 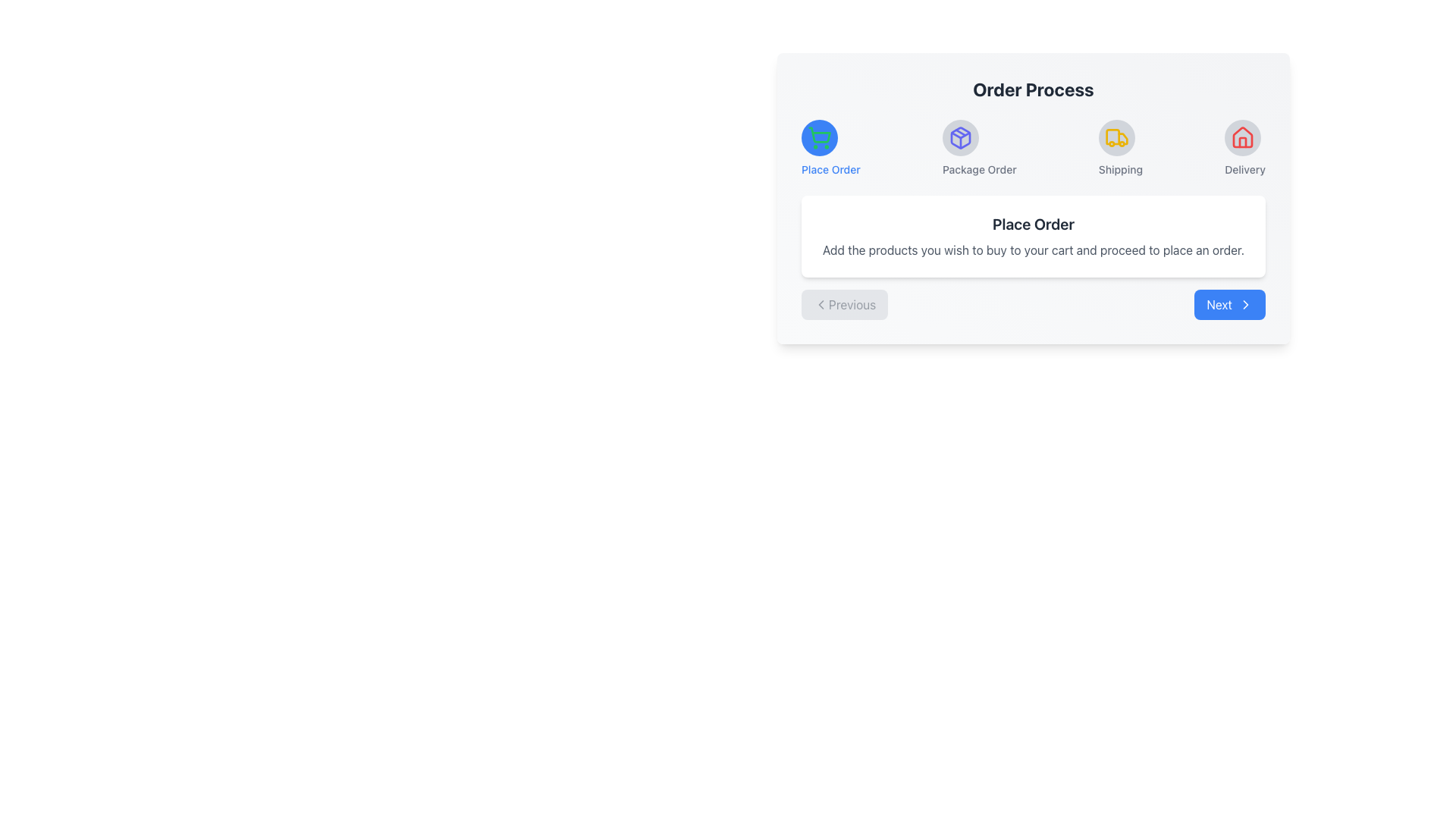 What do you see at coordinates (960, 134) in the screenshot?
I see `the SVG polygon representing the triangular shape of the package icon located under the 'Package Order' label` at bounding box center [960, 134].